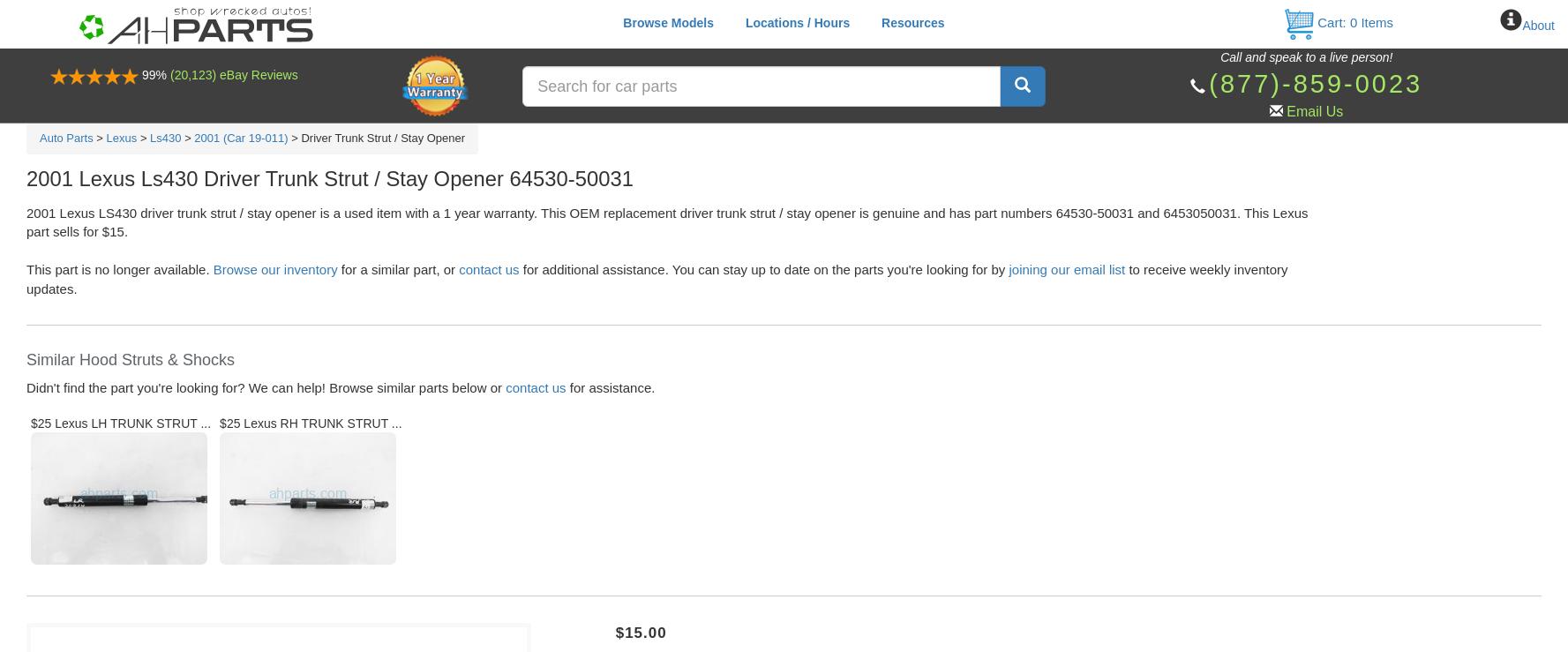 The image size is (1568, 652). What do you see at coordinates (120, 422) in the screenshot?
I see `'$25 Lexus LH TRUNK STRUT ...'` at bounding box center [120, 422].